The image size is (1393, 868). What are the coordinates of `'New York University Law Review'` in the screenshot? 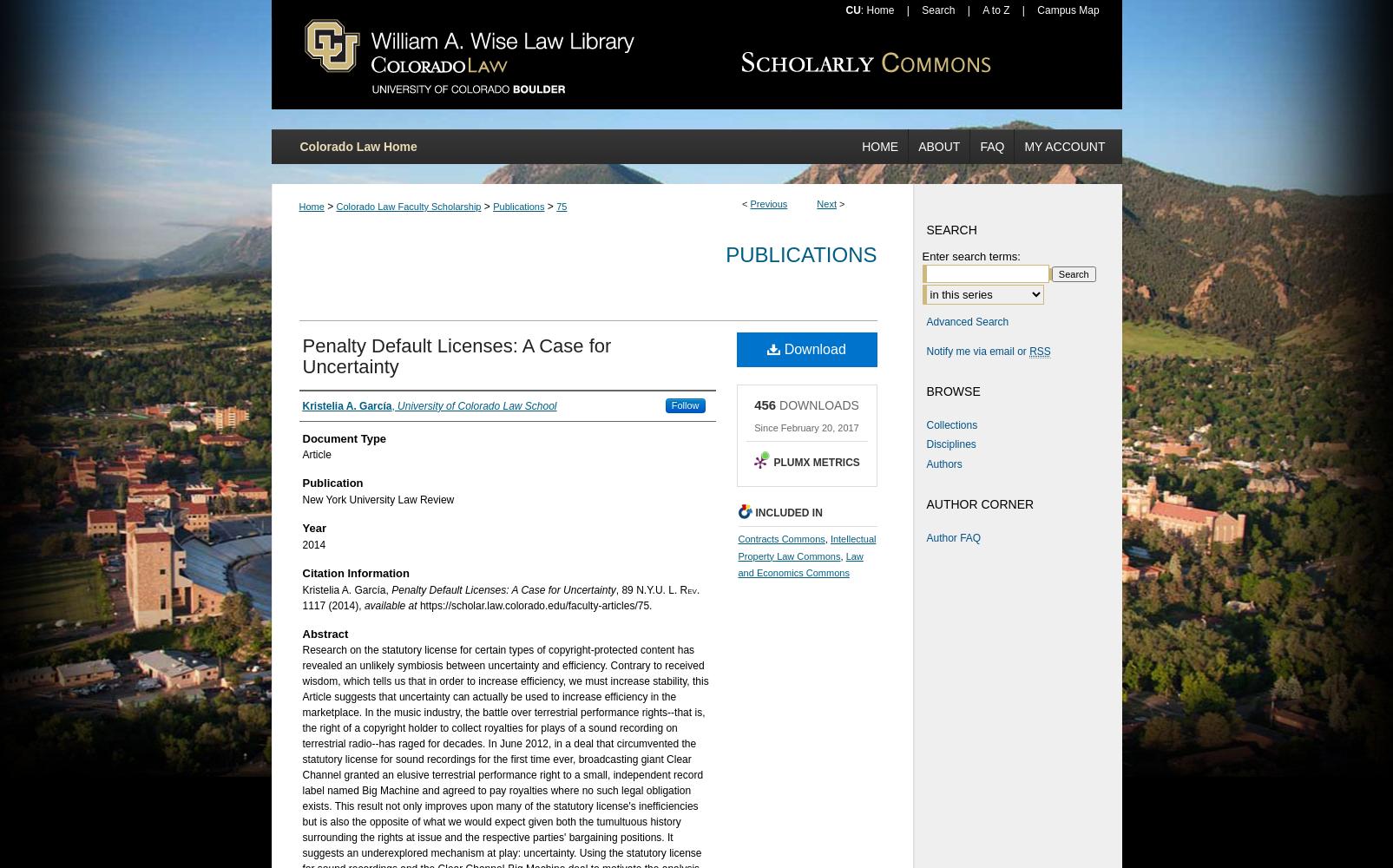 It's located at (377, 499).